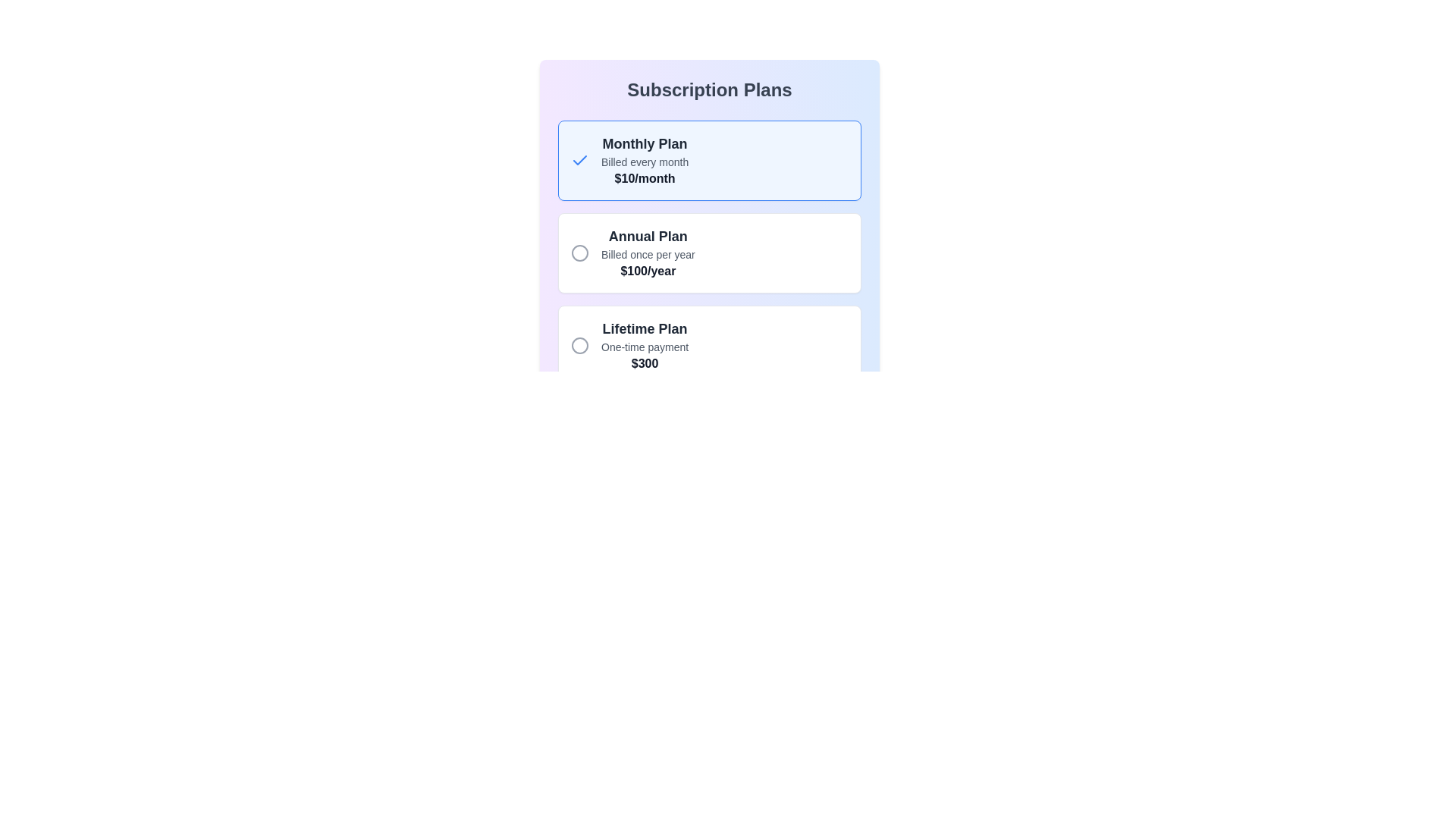  Describe the element at coordinates (645, 177) in the screenshot. I see `the bold text display showing '$10/month' located under the 'Monthly Plan' section, which has a larger font size and is formatted in black` at that location.